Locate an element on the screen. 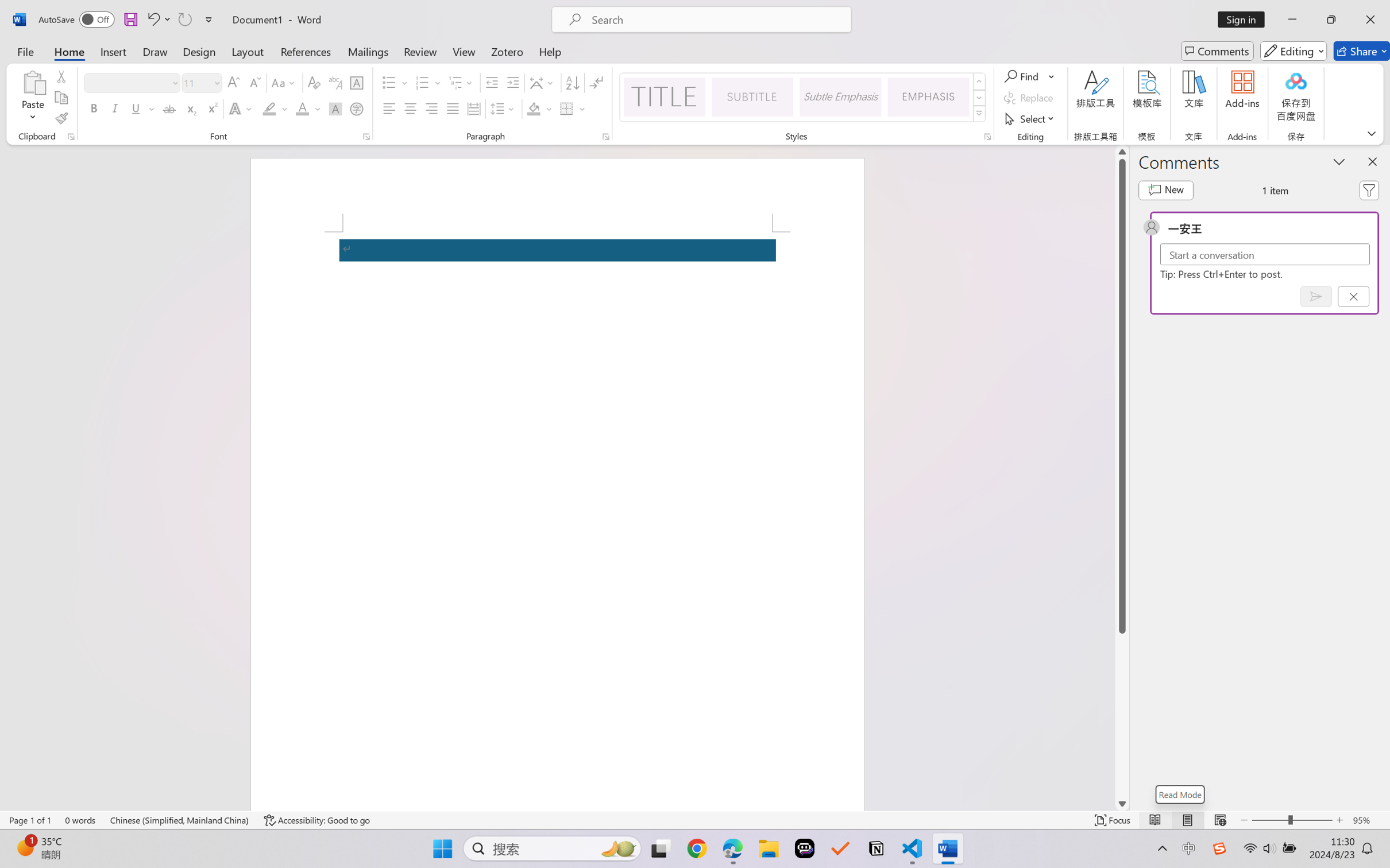 This screenshot has height=868, width=1390. 'Shading No Color' is located at coordinates (533, 108).